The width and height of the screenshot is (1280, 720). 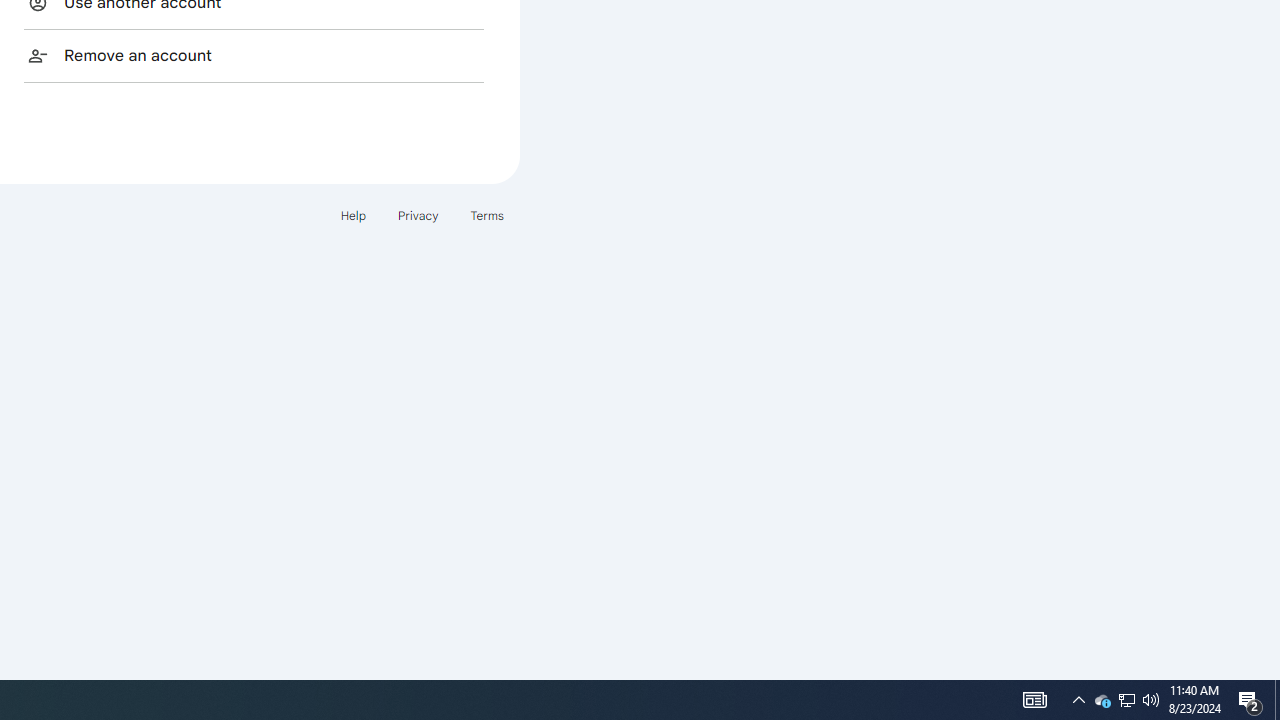 I want to click on 'Privacy', so click(x=416, y=215).